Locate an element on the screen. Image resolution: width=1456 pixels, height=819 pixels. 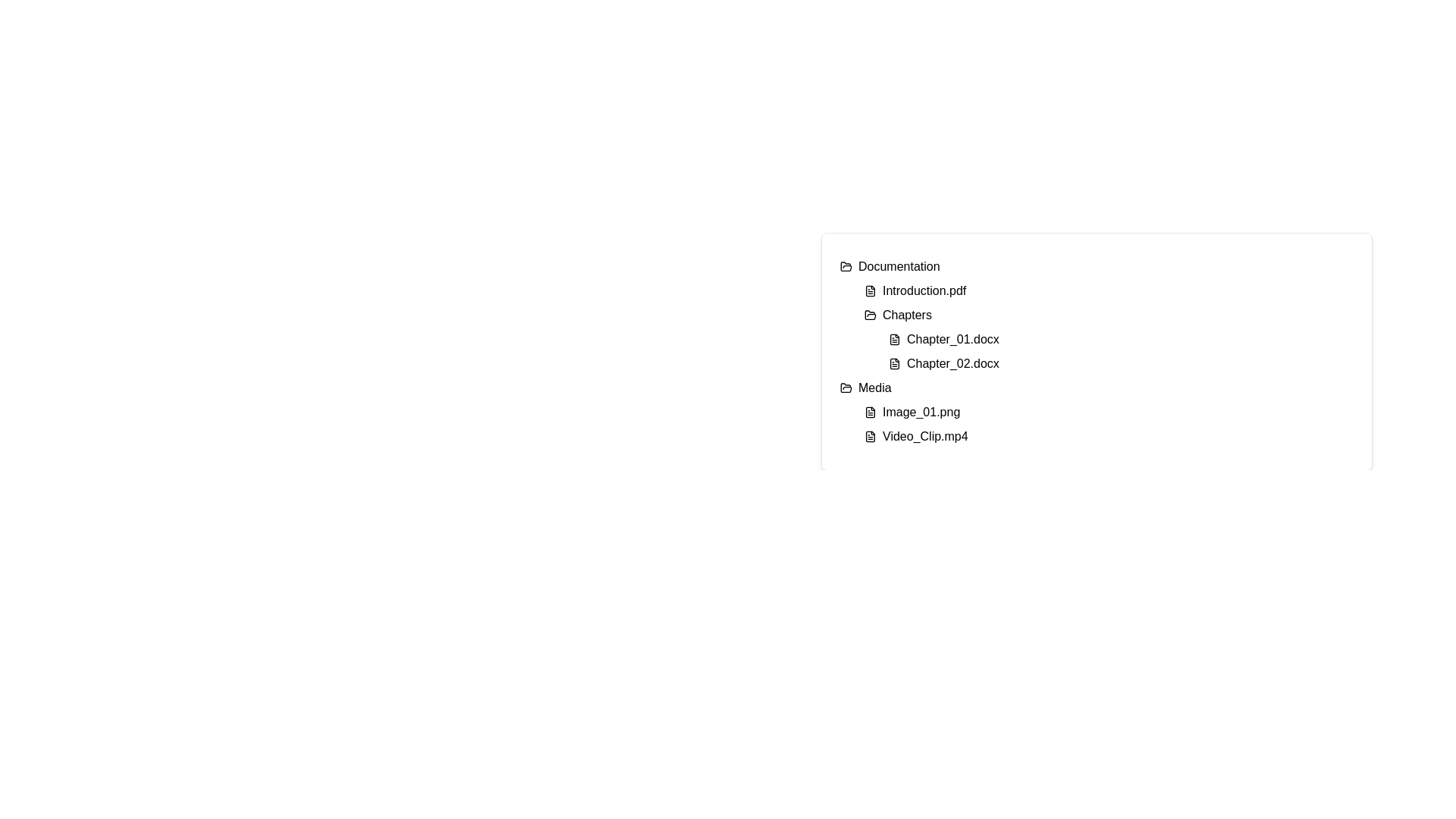
the text label representing the file named 'Introduction.pdf' located under the 'Documentation' folder is located at coordinates (924, 291).